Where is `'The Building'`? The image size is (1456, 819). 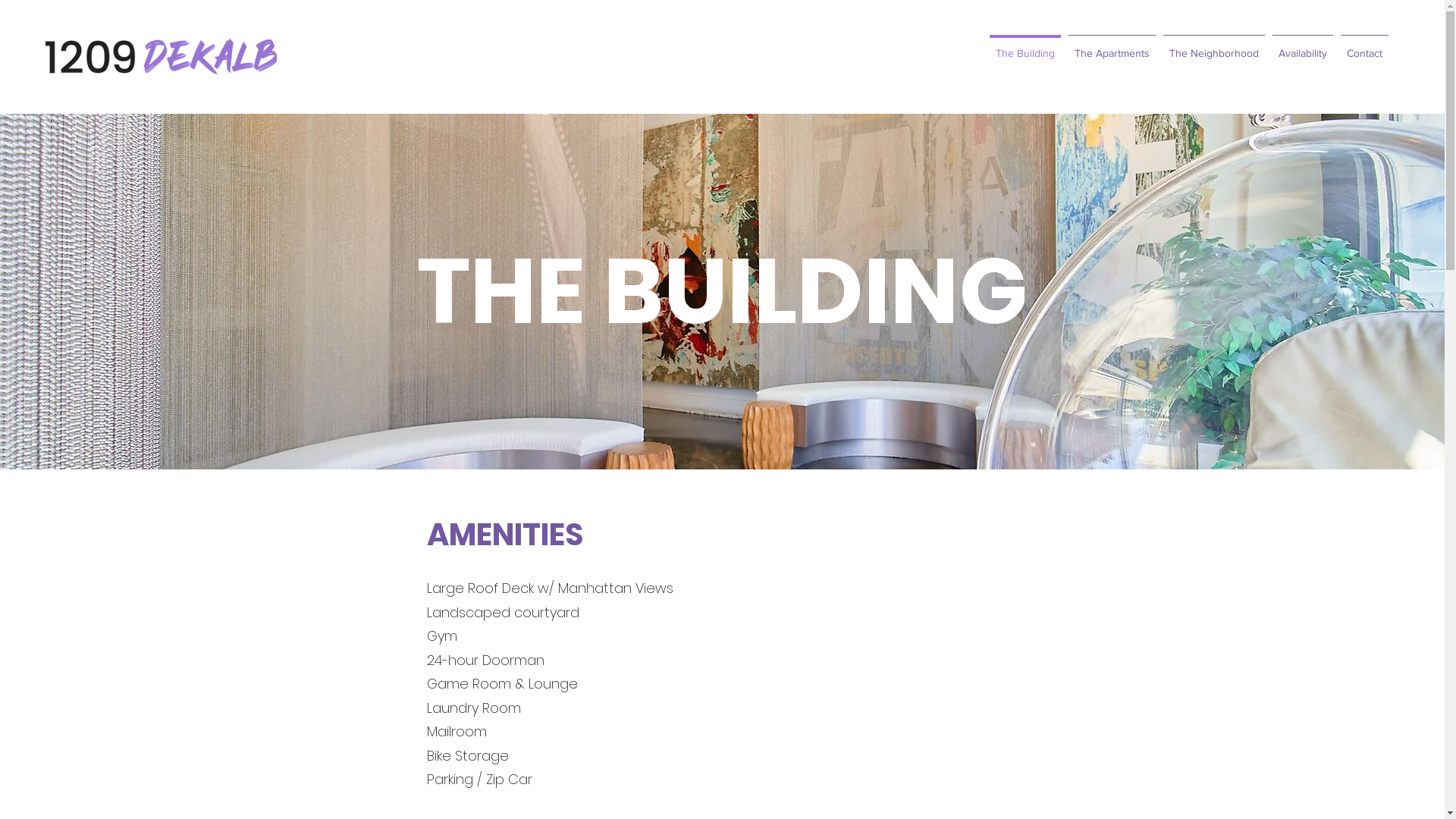
'The Building' is located at coordinates (986, 45).